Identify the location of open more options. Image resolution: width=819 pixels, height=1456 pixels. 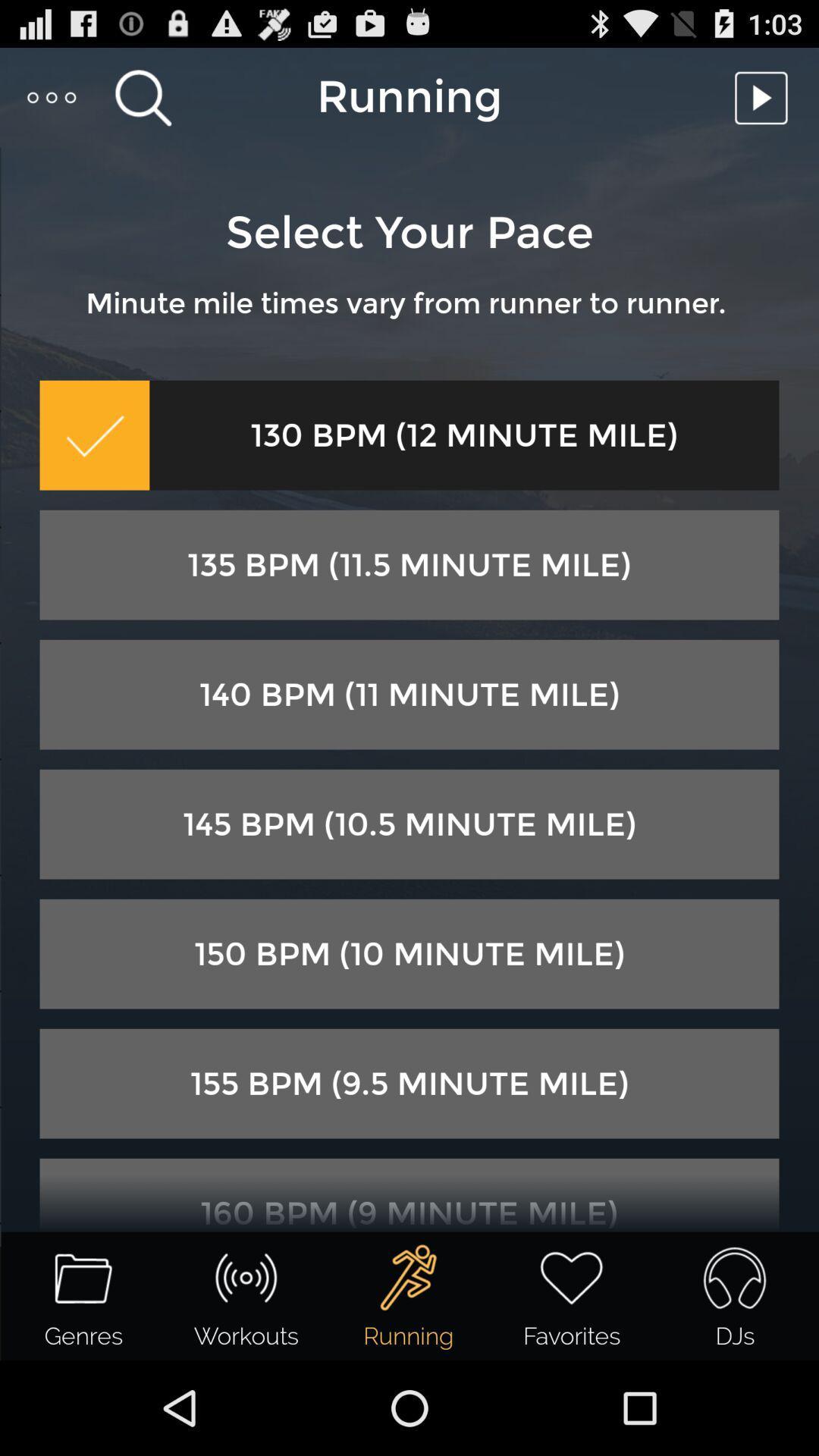
(52, 96).